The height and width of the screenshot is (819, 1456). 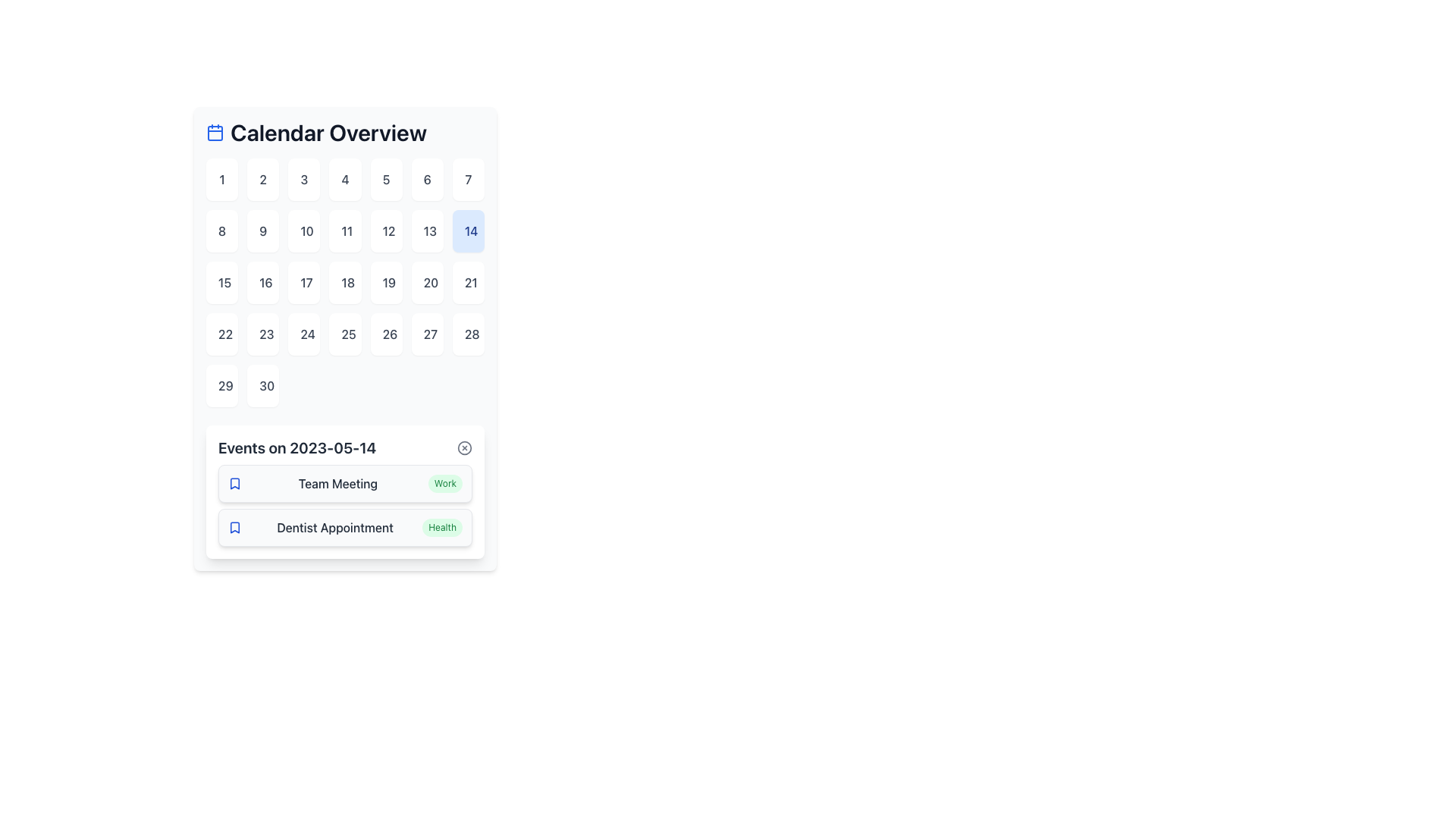 What do you see at coordinates (464, 447) in the screenshot?
I see `the inner circle of the SVG icon located near the top-right of the 'Events on 2023-05-14' section, which serves as part of the functionality` at bounding box center [464, 447].